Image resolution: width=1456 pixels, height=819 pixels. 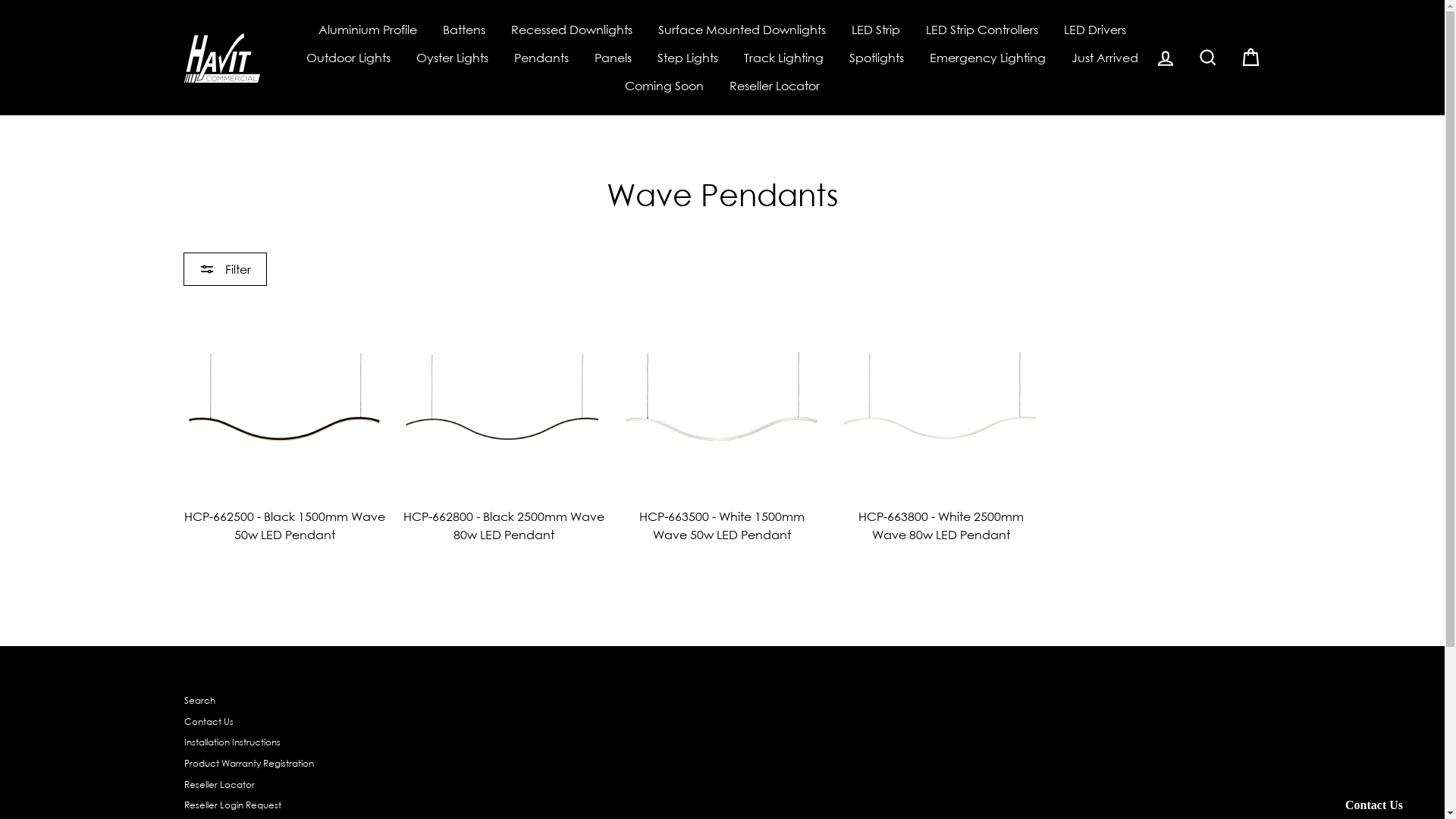 I want to click on 'Filter', so click(x=182, y=268).